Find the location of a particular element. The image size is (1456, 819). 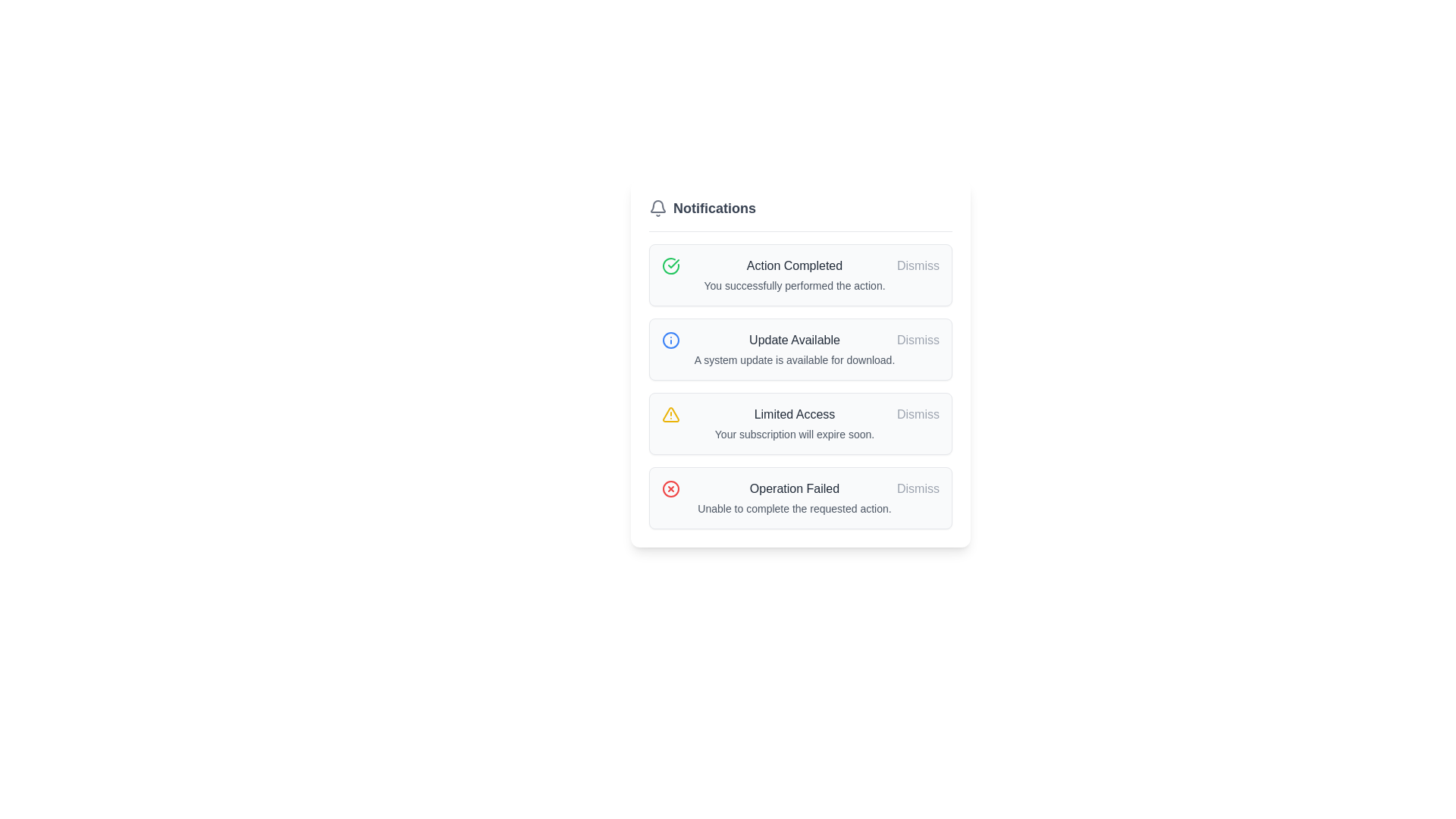

text content of the first notification card in the notifications section, which contains details of a successfully completed action is located at coordinates (800, 275).